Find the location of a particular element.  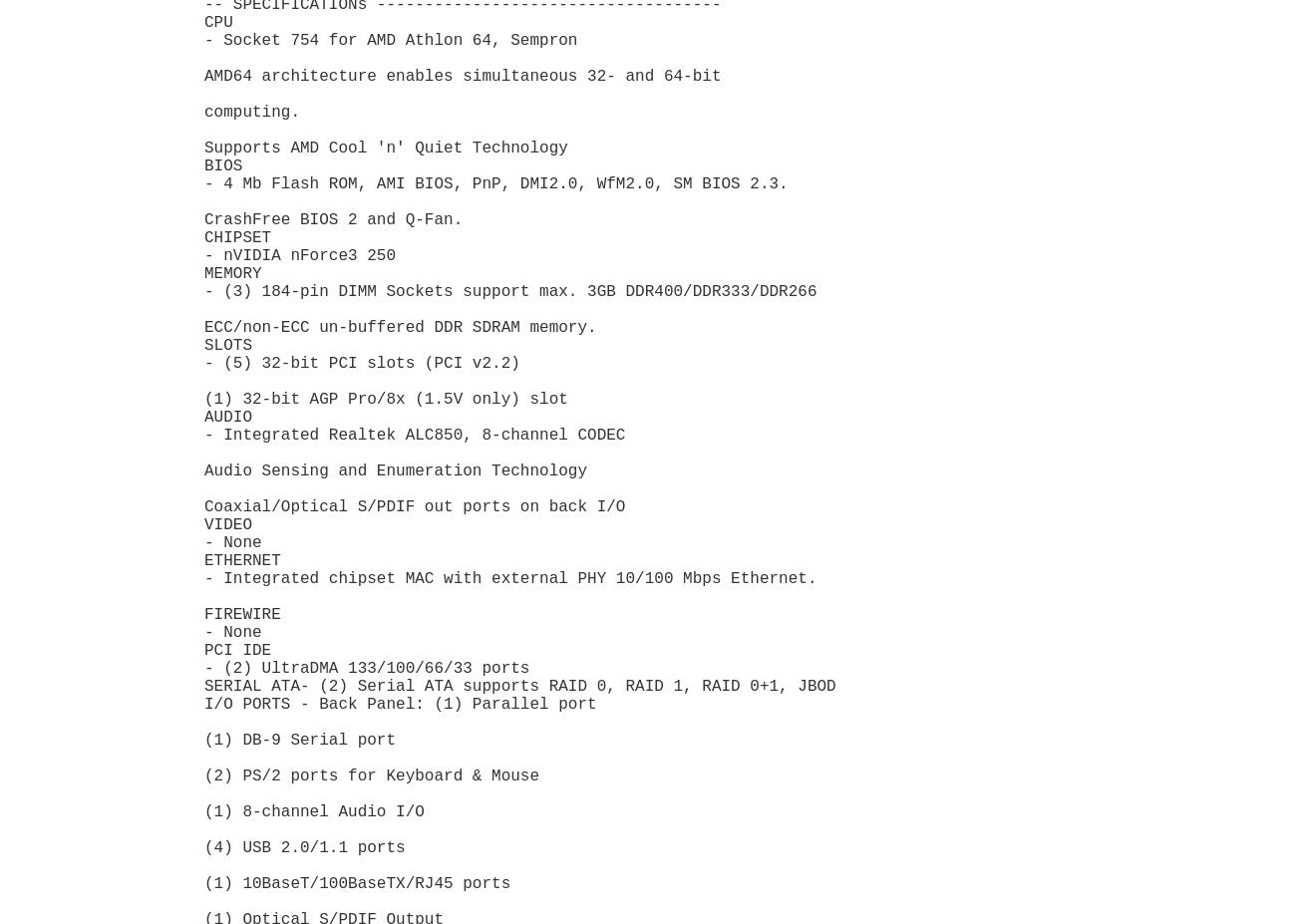

'AUDIO
- Integrated Realtek ALC850, 8-channel CODEC' is located at coordinates (415, 425).